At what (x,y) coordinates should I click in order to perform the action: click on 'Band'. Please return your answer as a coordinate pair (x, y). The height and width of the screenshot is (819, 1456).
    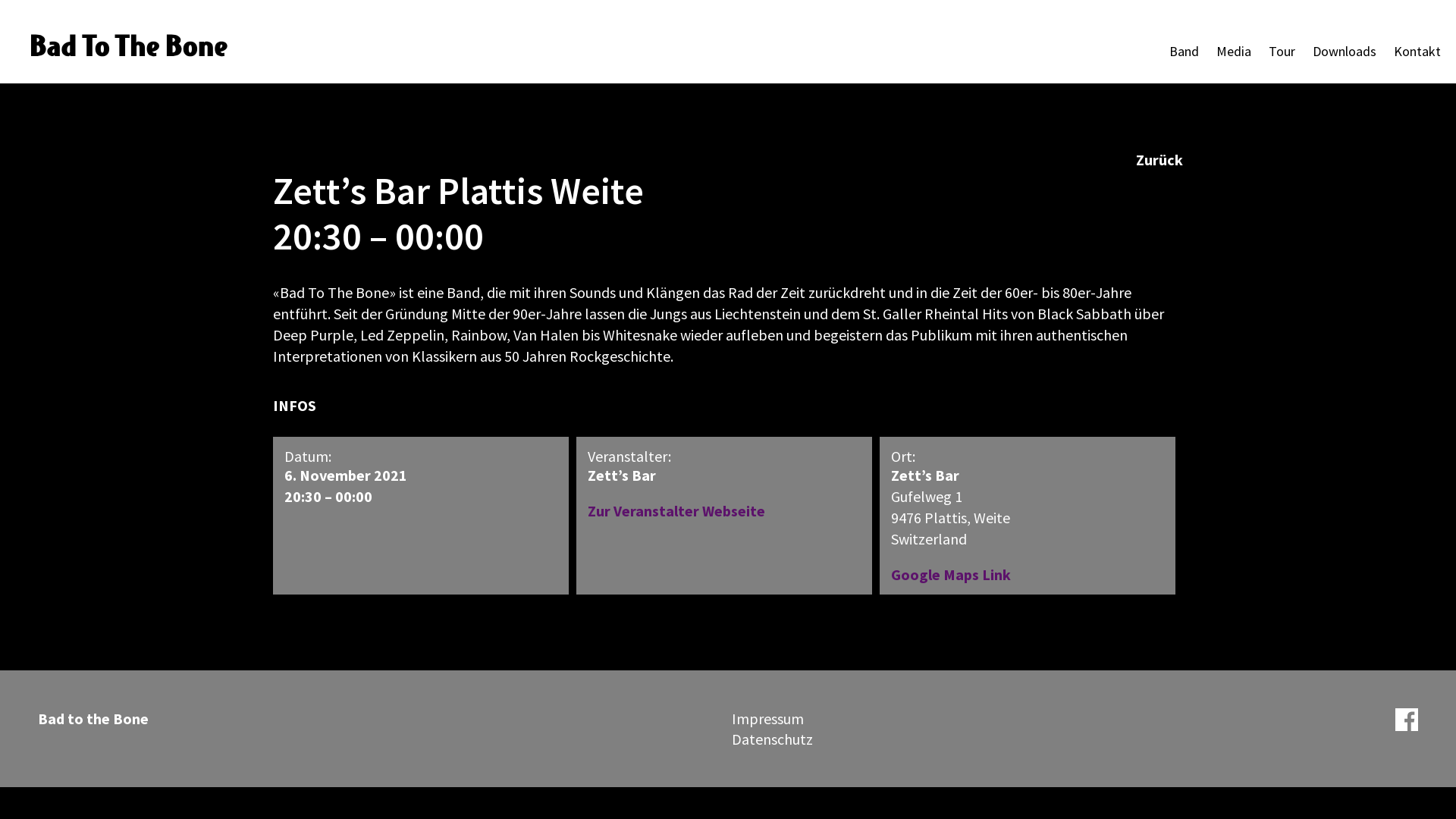
    Looking at the image, I should click on (1183, 51).